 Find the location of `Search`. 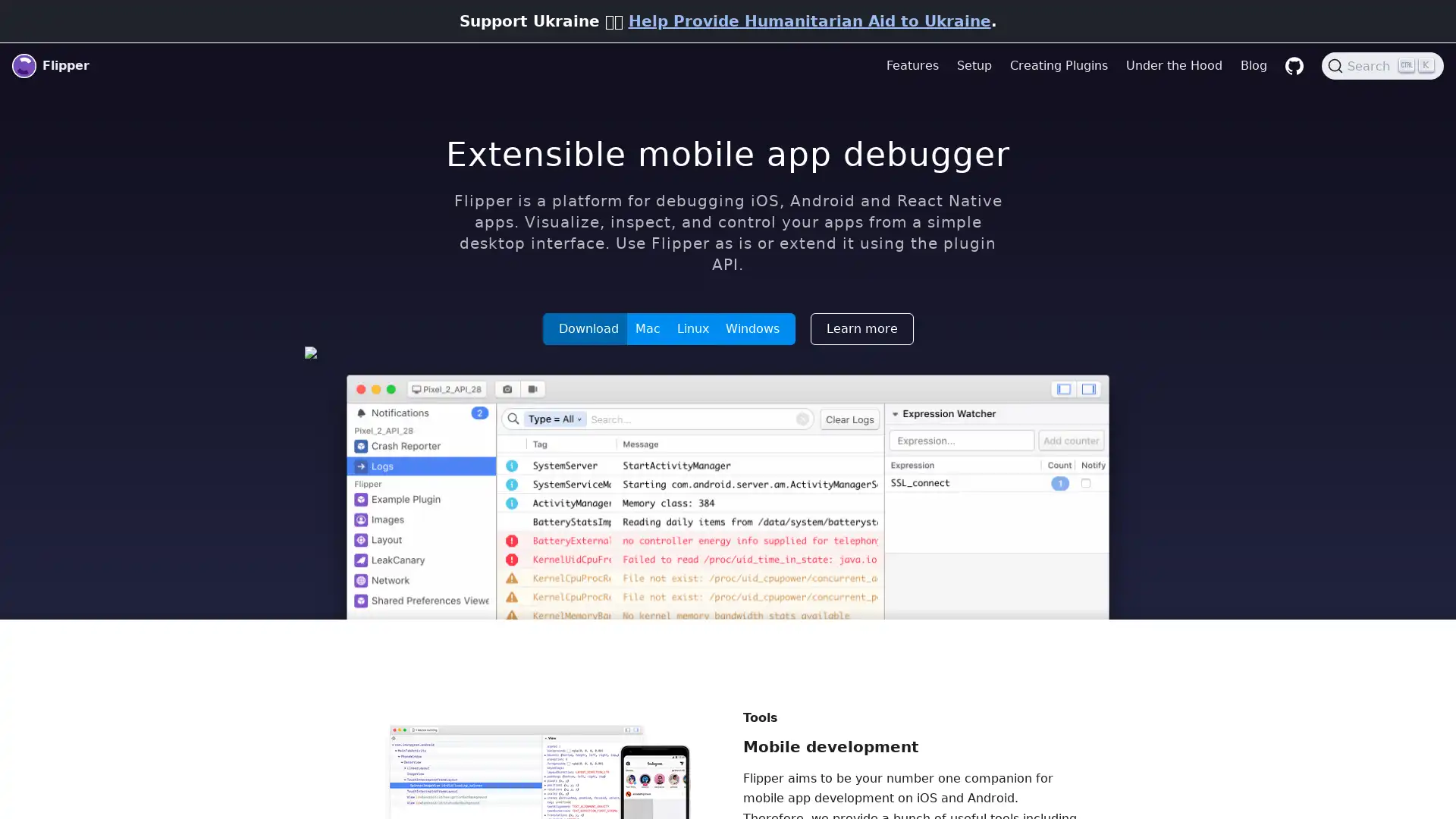

Search is located at coordinates (1382, 65).